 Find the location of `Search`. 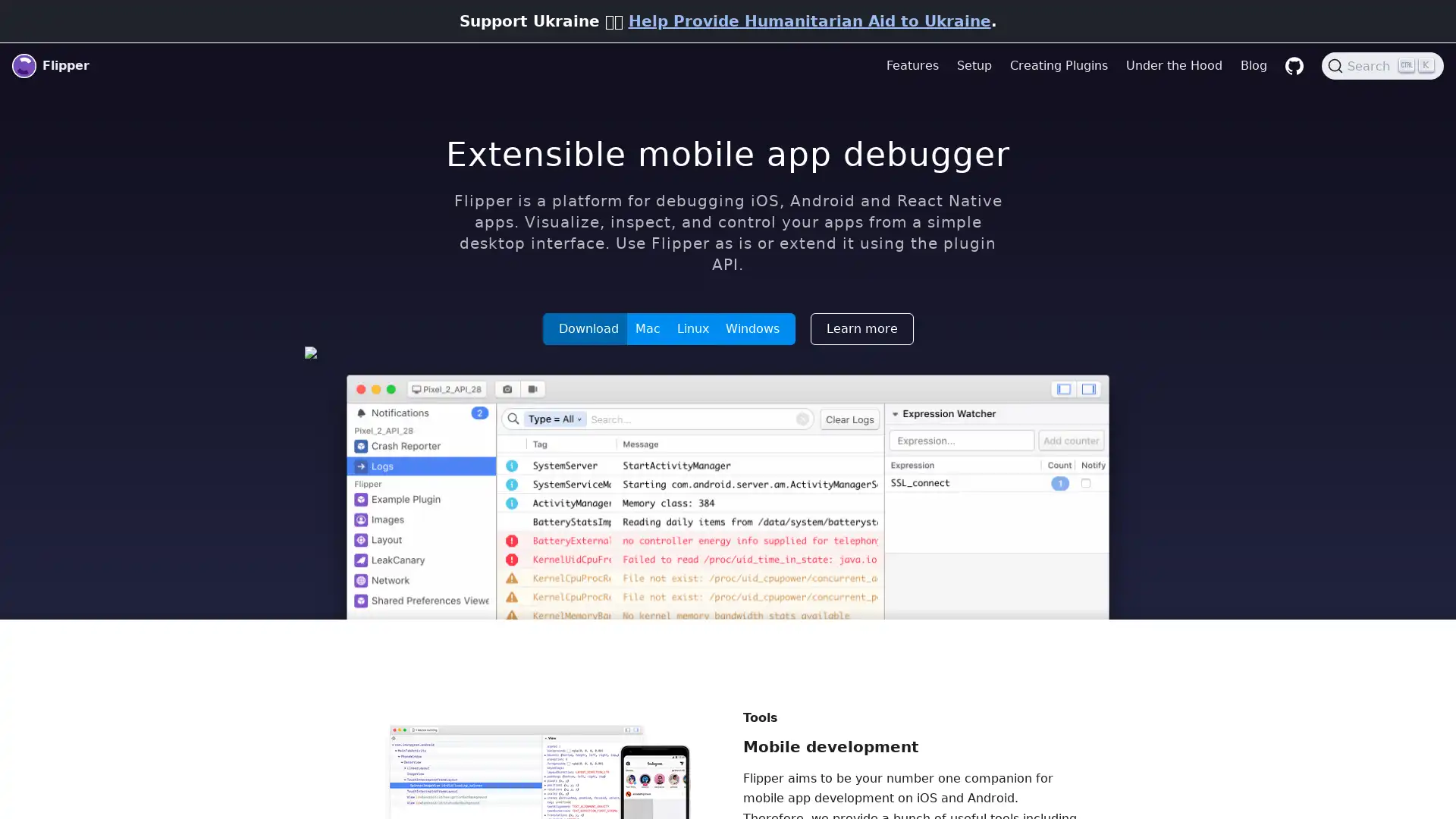

Search is located at coordinates (1382, 65).